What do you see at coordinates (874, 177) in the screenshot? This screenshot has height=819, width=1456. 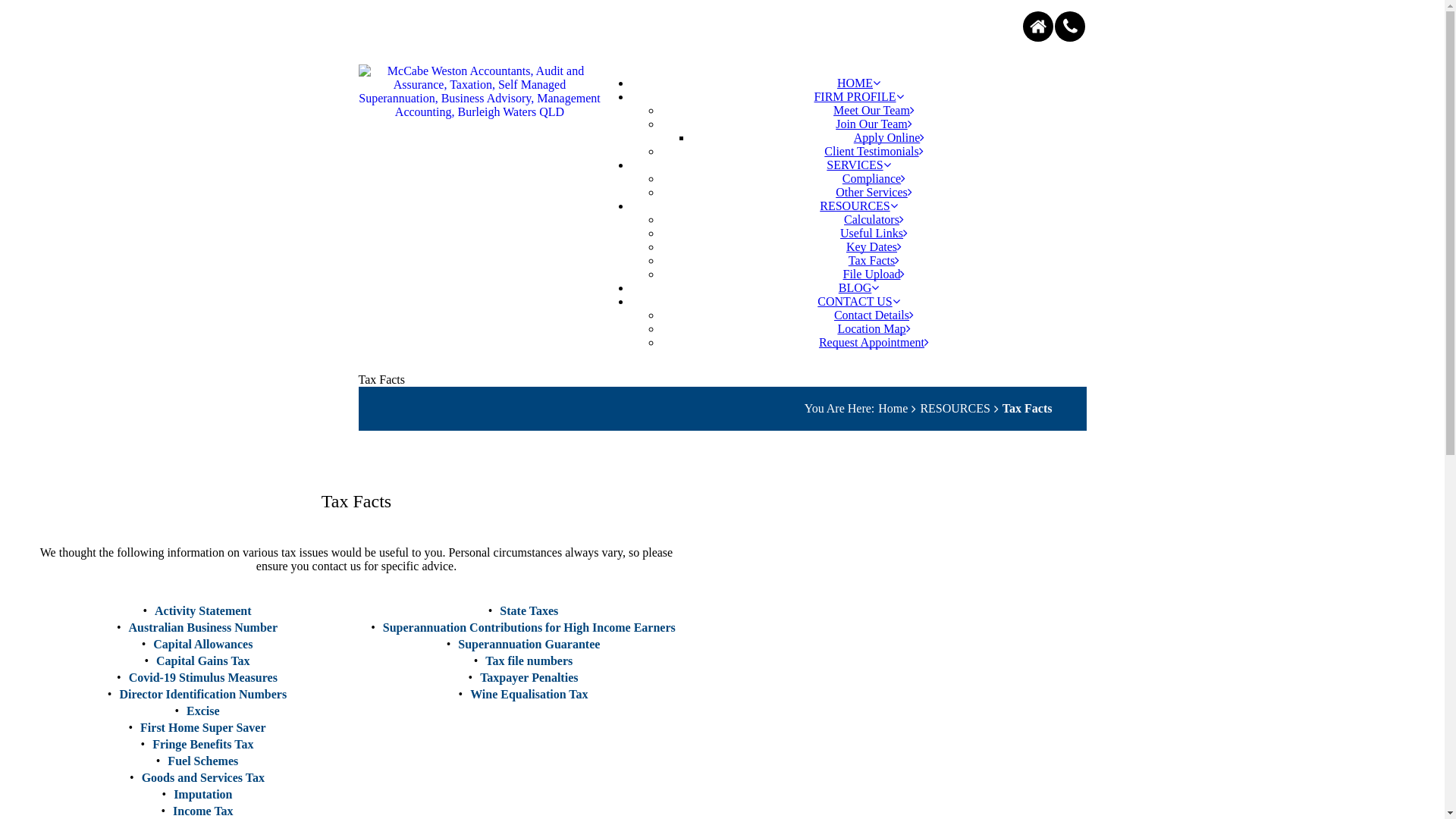 I see `'Compliance'` at bounding box center [874, 177].